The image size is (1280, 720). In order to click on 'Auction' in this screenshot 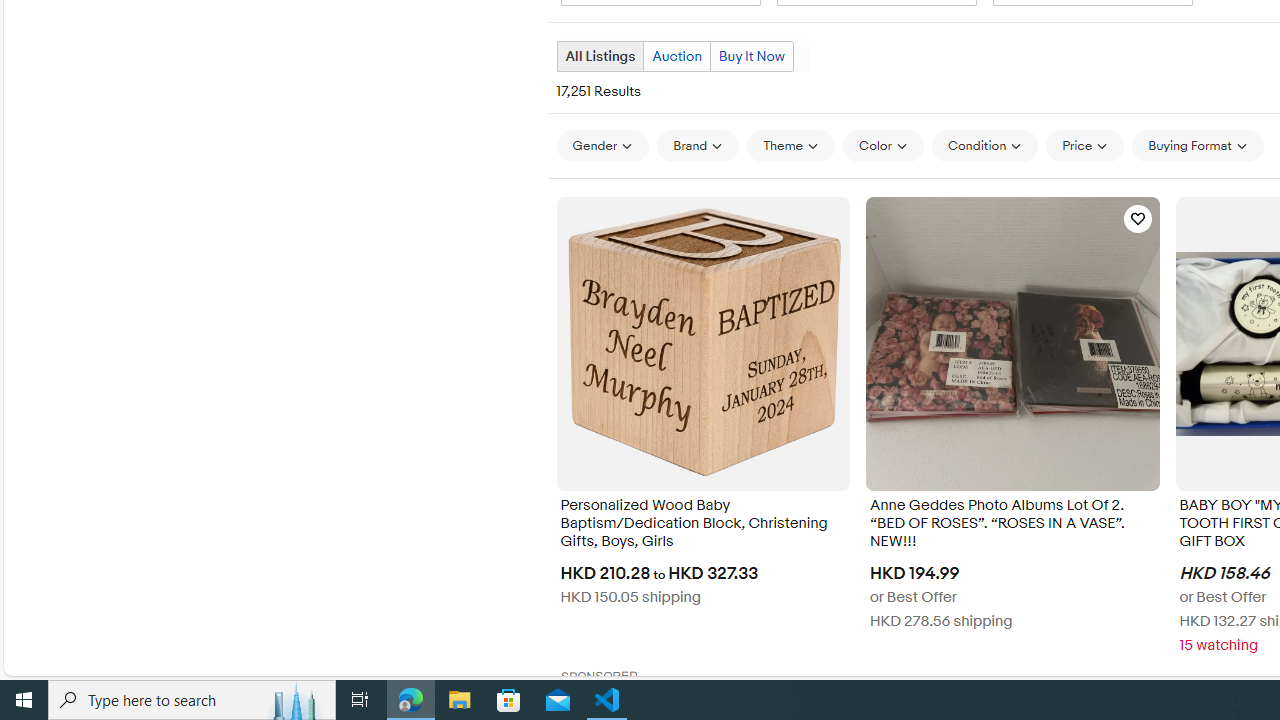, I will do `click(676, 55)`.